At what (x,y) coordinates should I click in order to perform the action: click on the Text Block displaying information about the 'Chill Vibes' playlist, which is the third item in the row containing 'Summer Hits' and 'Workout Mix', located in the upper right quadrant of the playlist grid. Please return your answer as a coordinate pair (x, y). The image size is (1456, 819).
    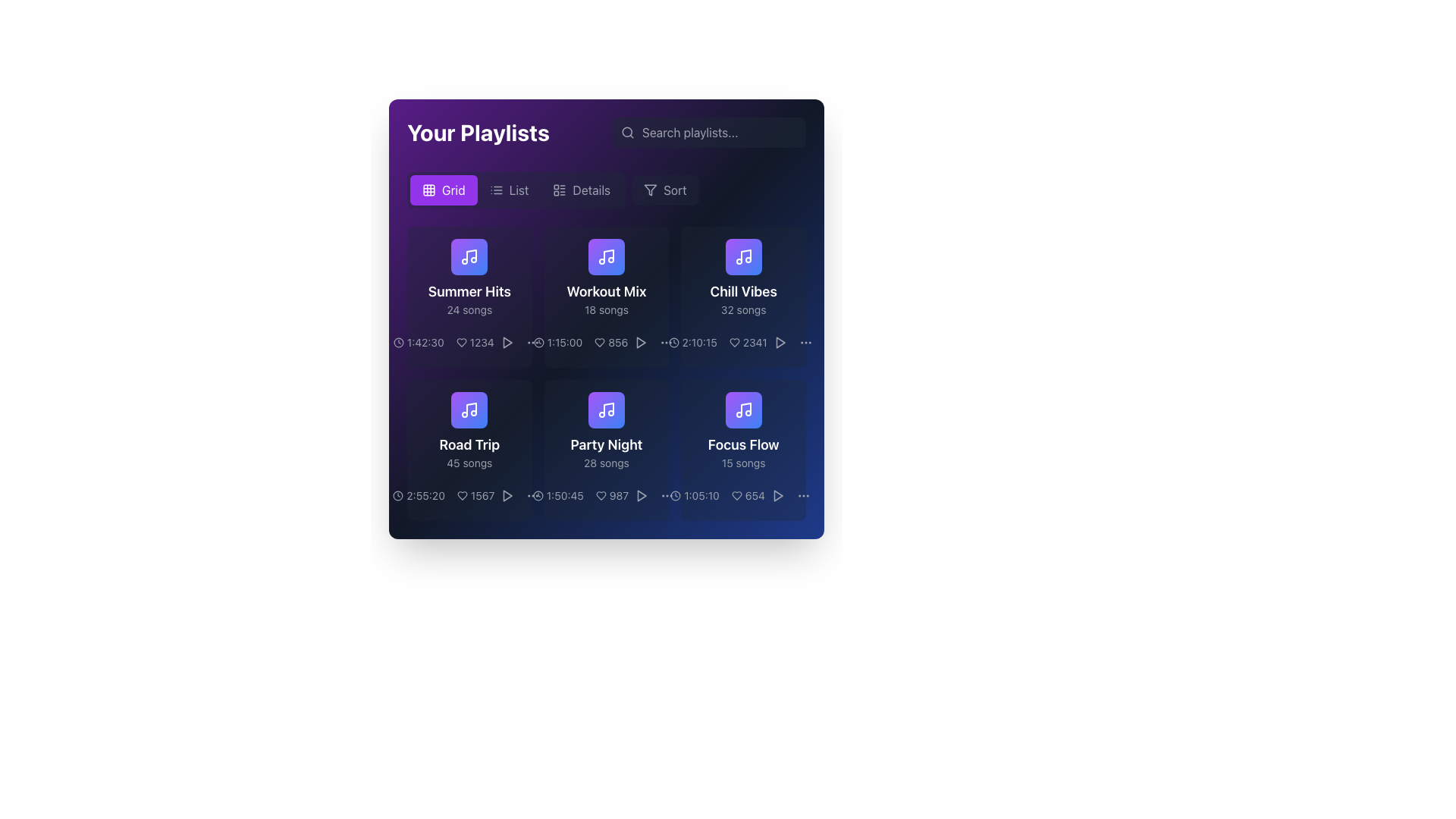
    Looking at the image, I should click on (743, 299).